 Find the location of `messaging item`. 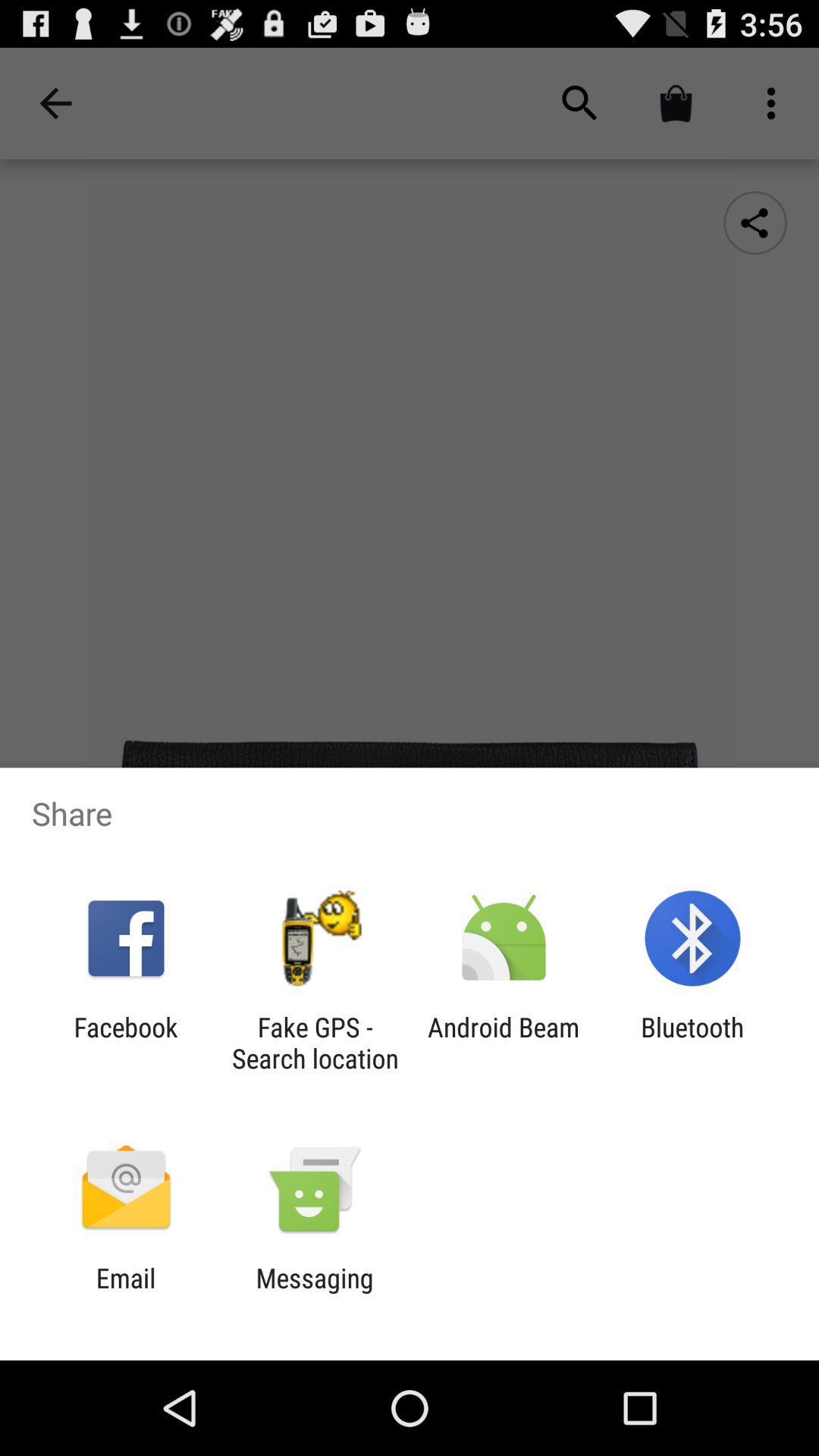

messaging item is located at coordinates (314, 1293).